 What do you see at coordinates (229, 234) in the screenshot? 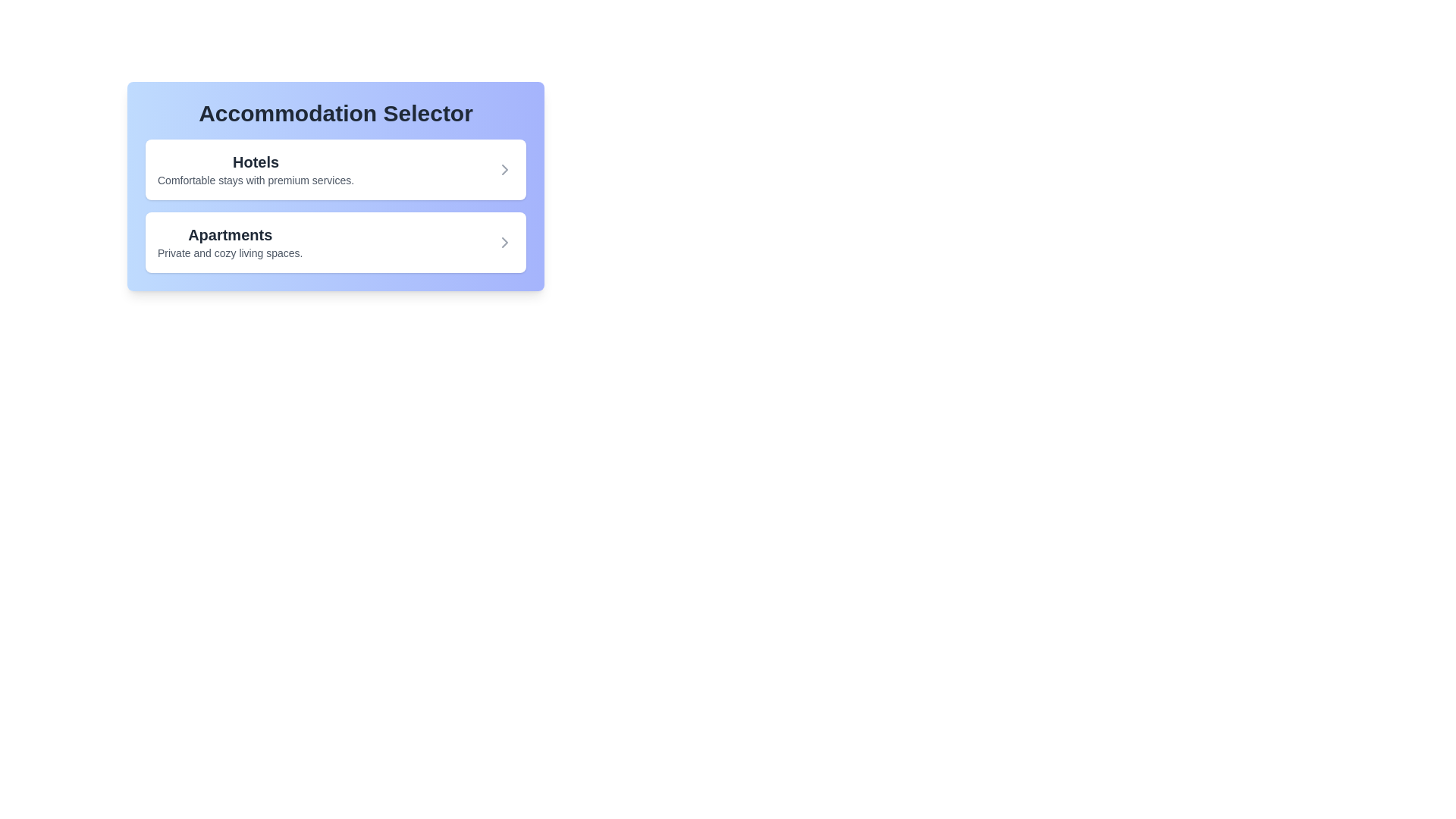
I see `the static text element displaying 'Apartments' which is in bold style and dark gray color, located under the 'Accommodation Selector' heading` at bounding box center [229, 234].